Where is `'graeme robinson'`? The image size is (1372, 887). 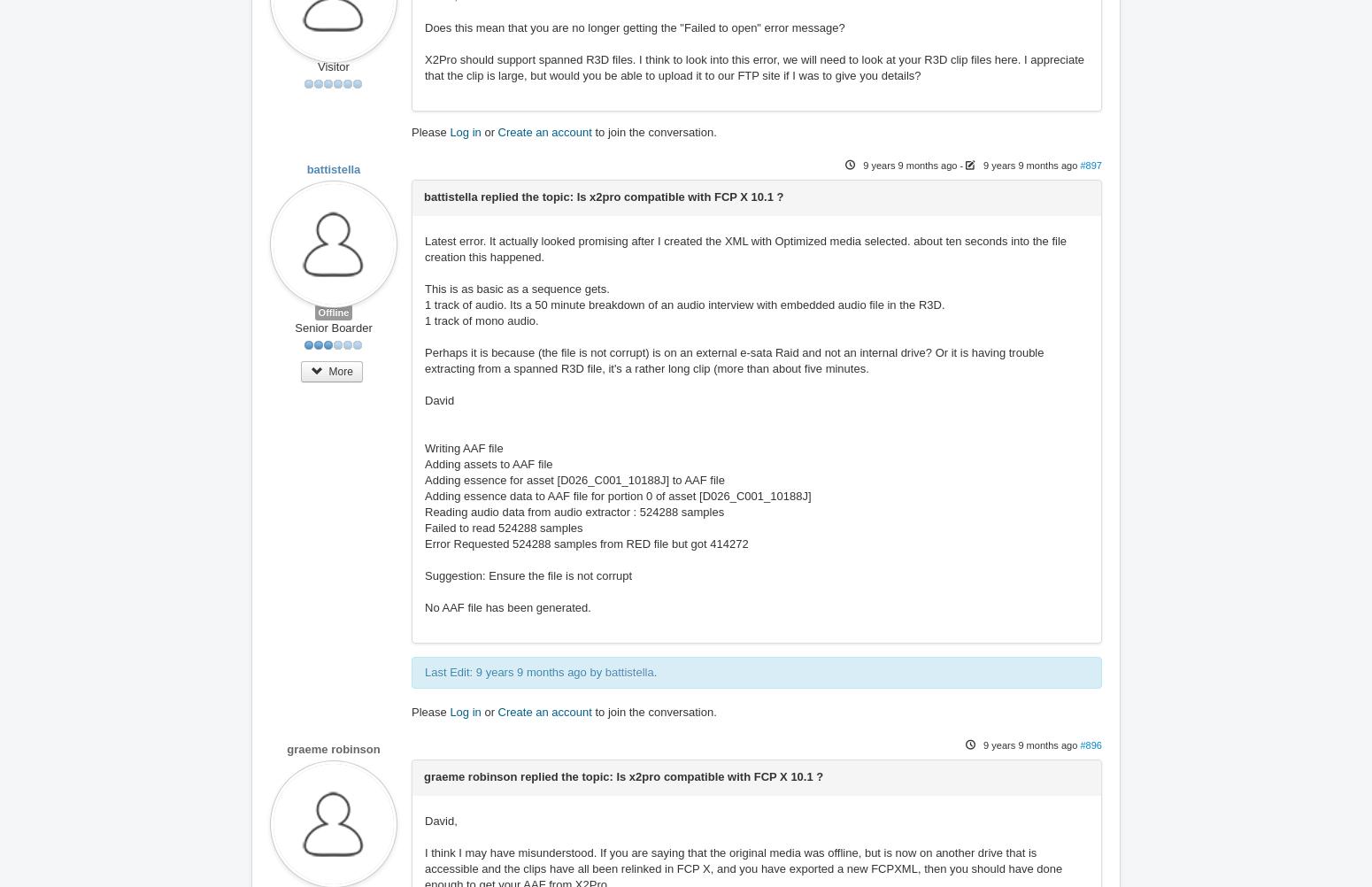
'graeme robinson' is located at coordinates (332, 749).